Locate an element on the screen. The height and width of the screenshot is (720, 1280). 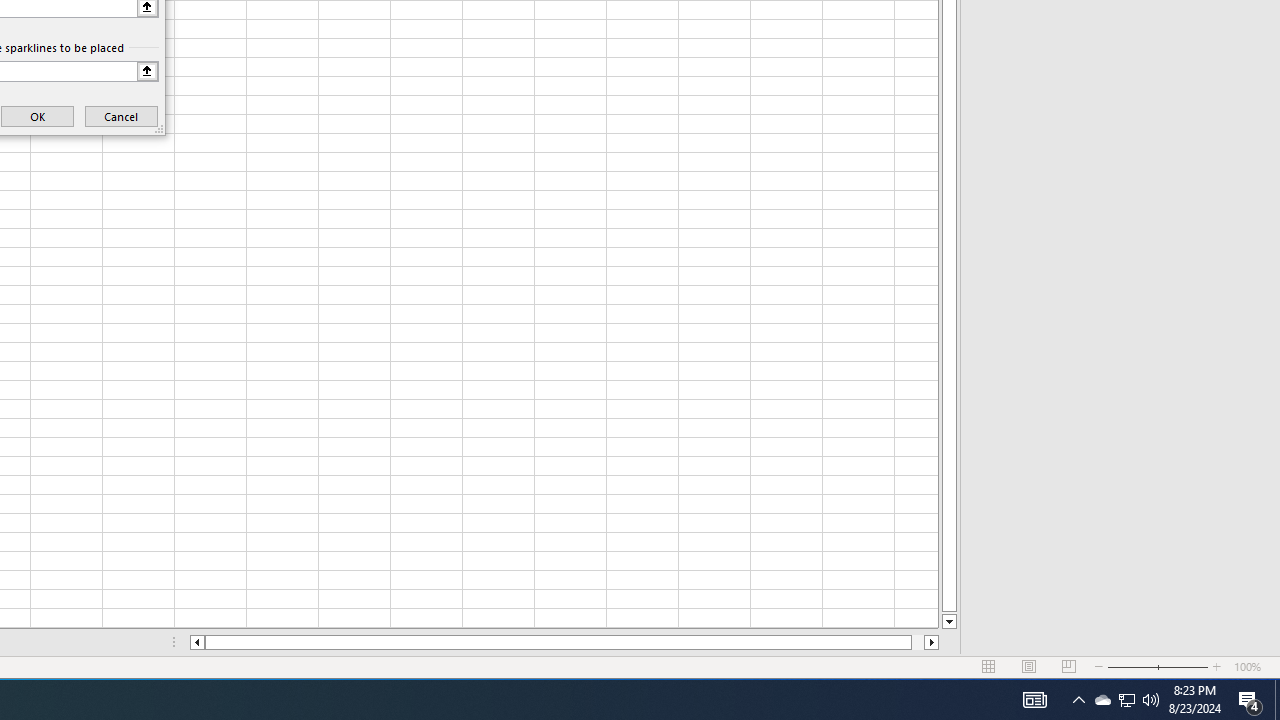
'Page right' is located at coordinates (916, 642).